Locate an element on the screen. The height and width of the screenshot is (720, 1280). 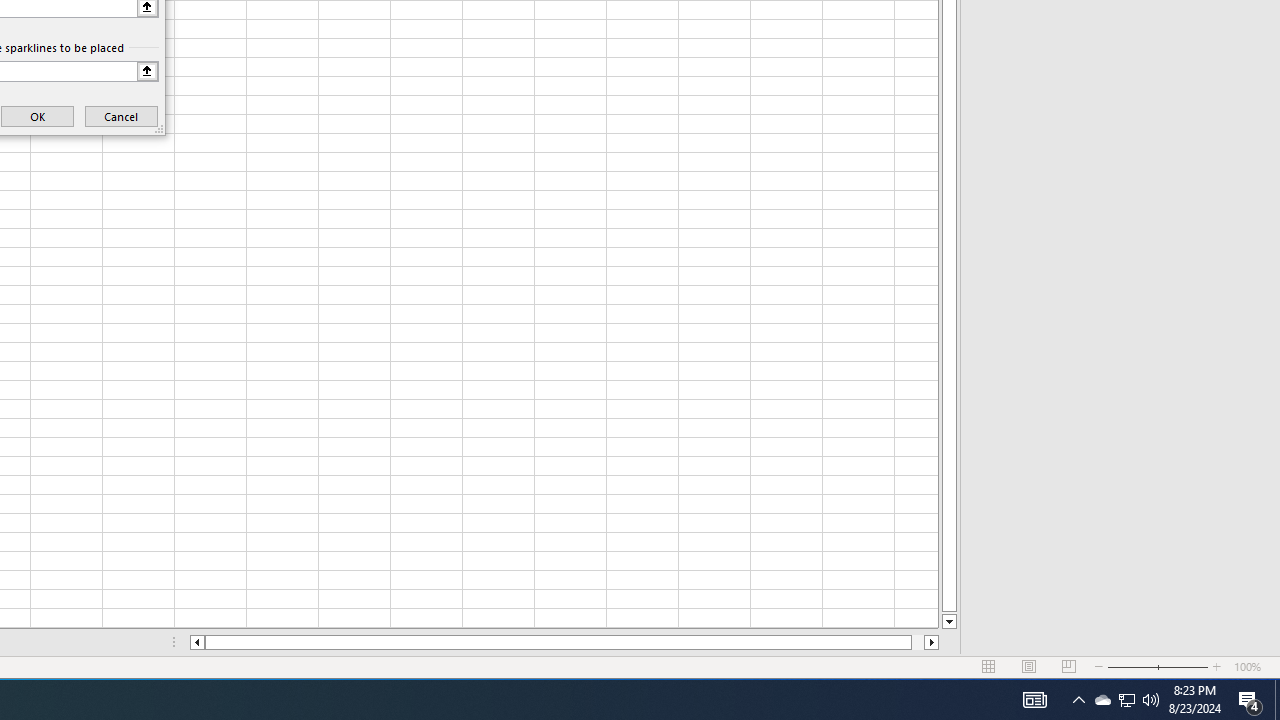
'Page right' is located at coordinates (916, 642).